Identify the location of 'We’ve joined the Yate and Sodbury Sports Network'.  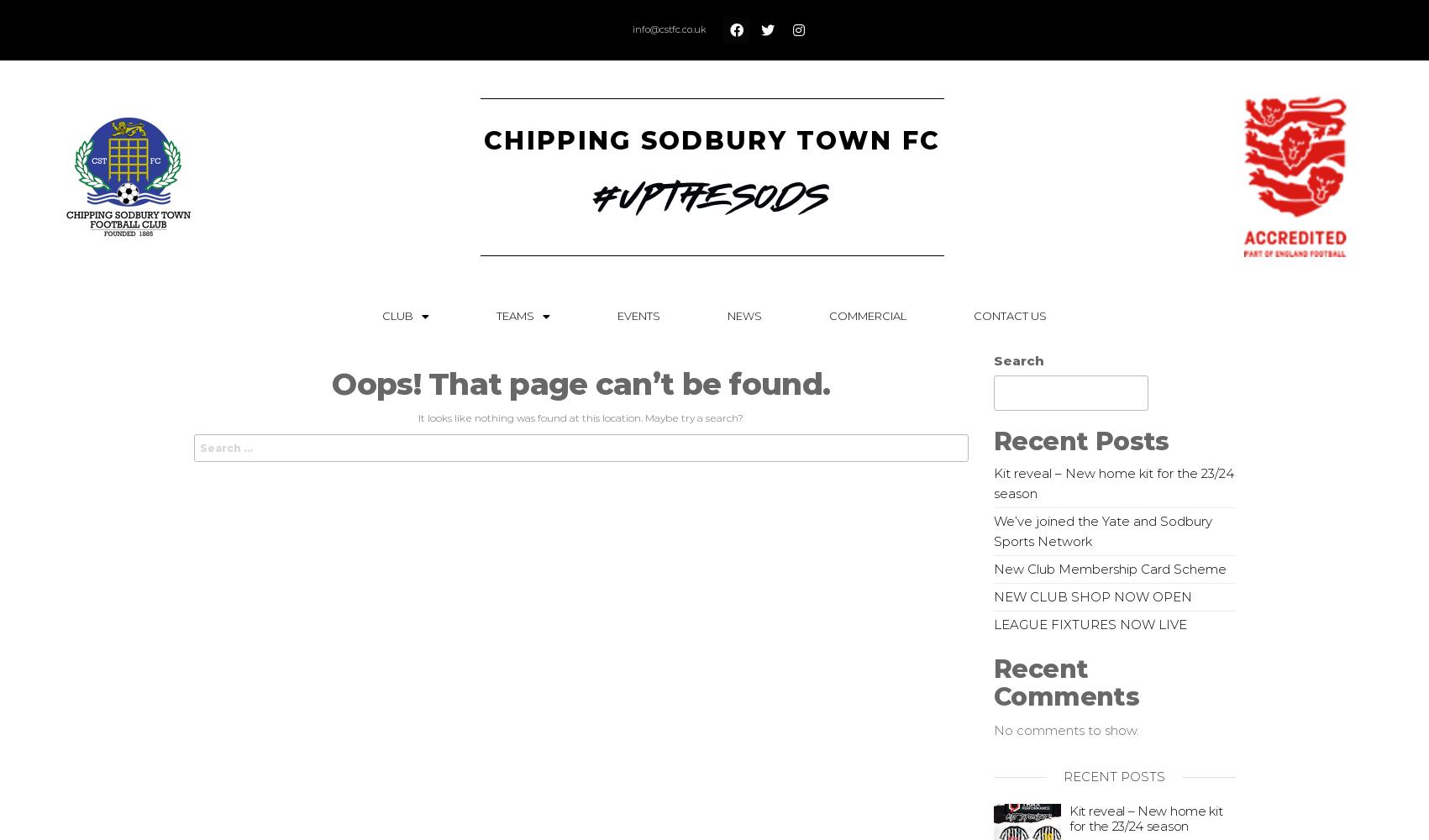
(1103, 531).